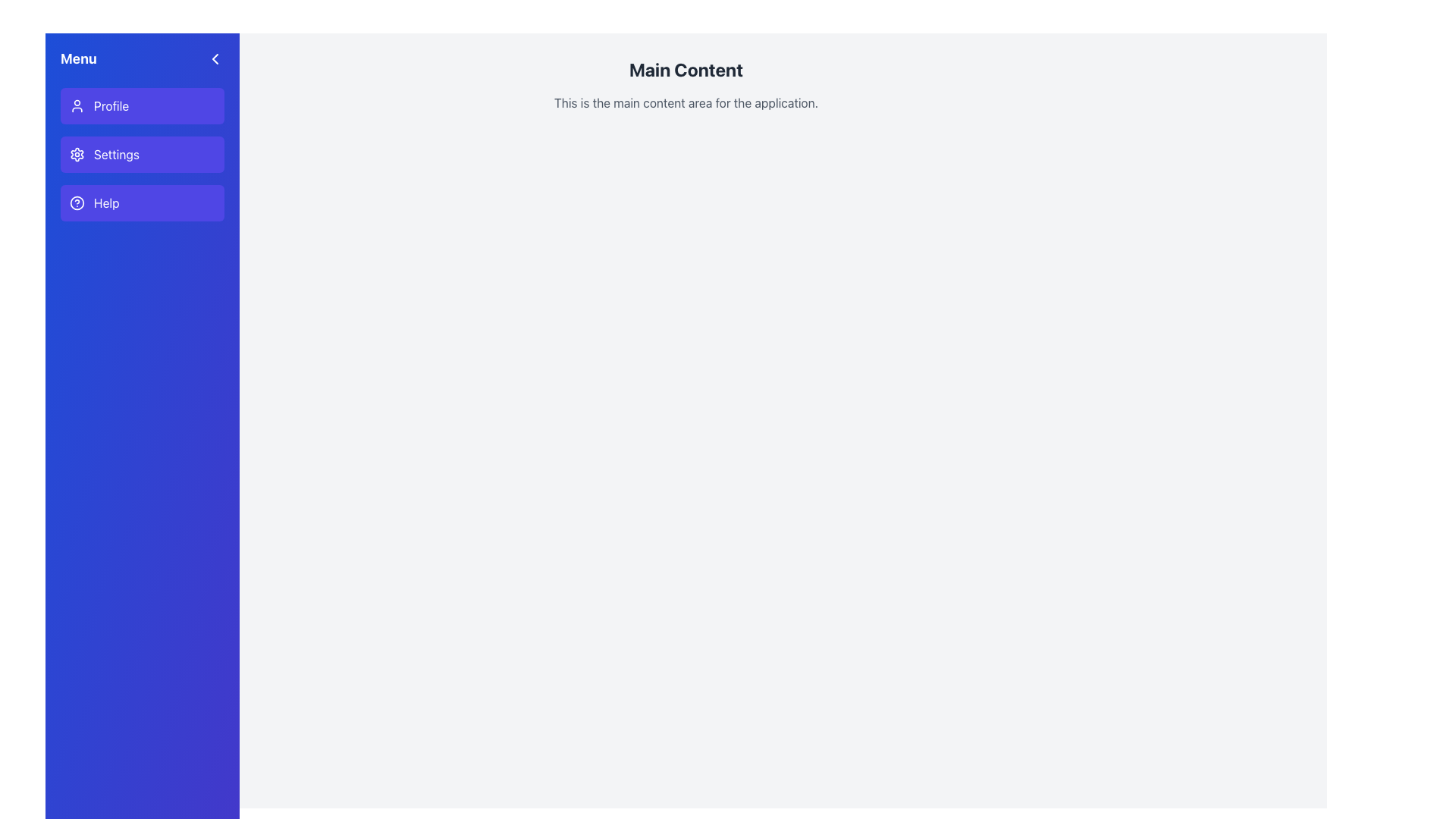  What do you see at coordinates (686, 70) in the screenshot?
I see `heading text block located at the top central part of the application’s main content section to understand the section title` at bounding box center [686, 70].